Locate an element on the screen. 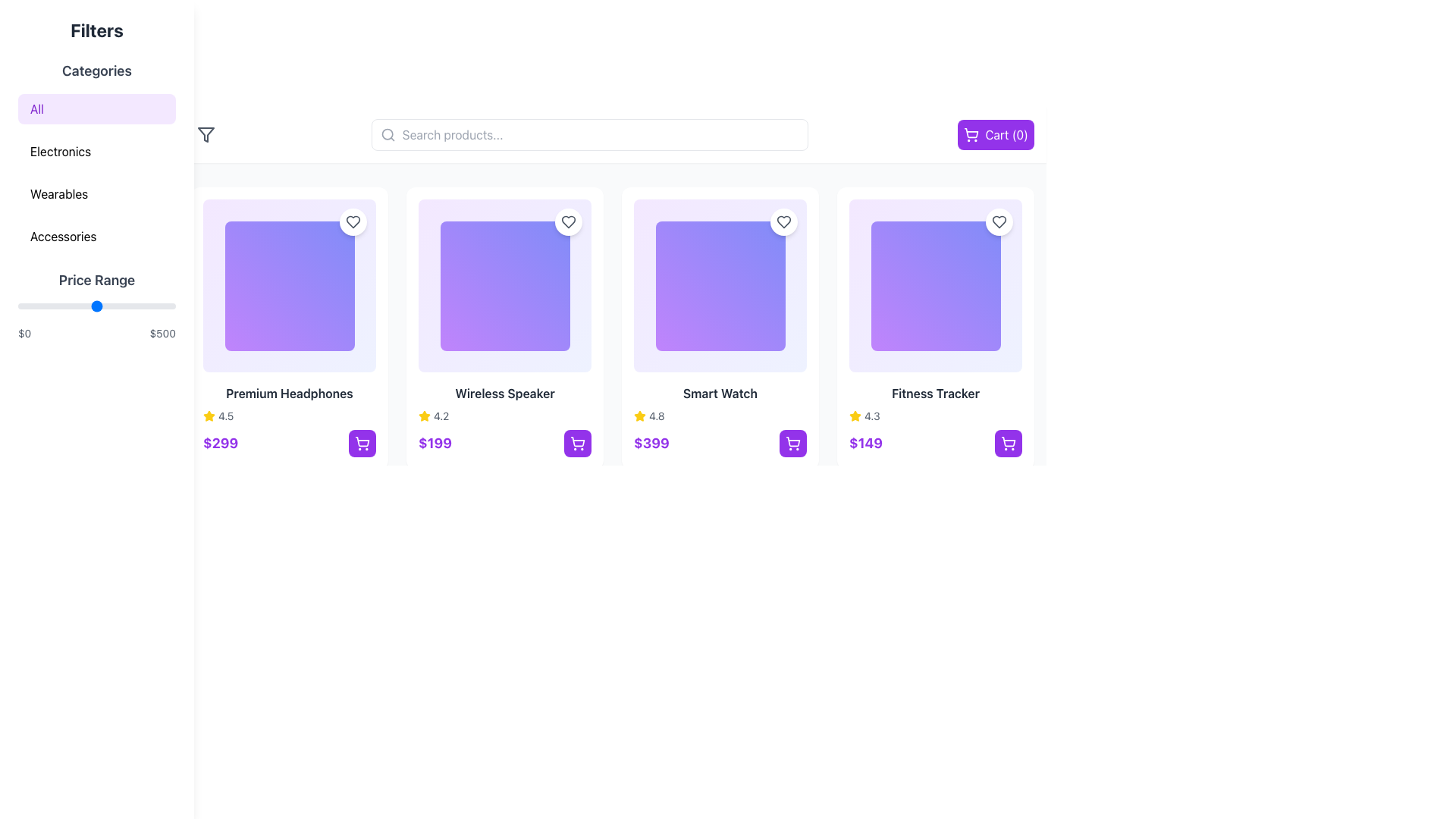 The width and height of the screenshot is (1456, 819). the price range slider is located at coordinates (82, 306).